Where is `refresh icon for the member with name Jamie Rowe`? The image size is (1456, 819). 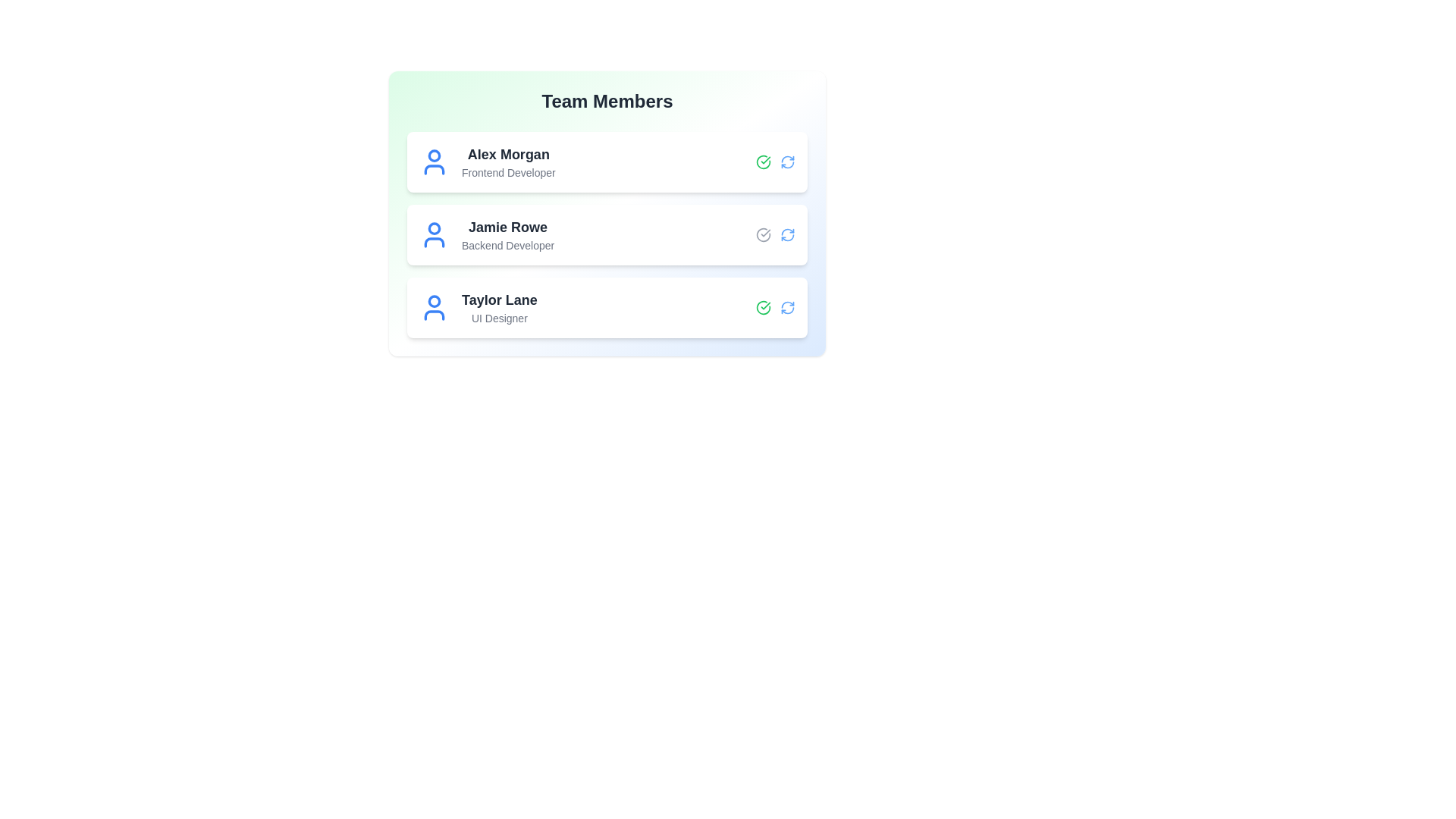
refresh icon for the member with name Jamie Rowe is located at coordinates (787, 234).